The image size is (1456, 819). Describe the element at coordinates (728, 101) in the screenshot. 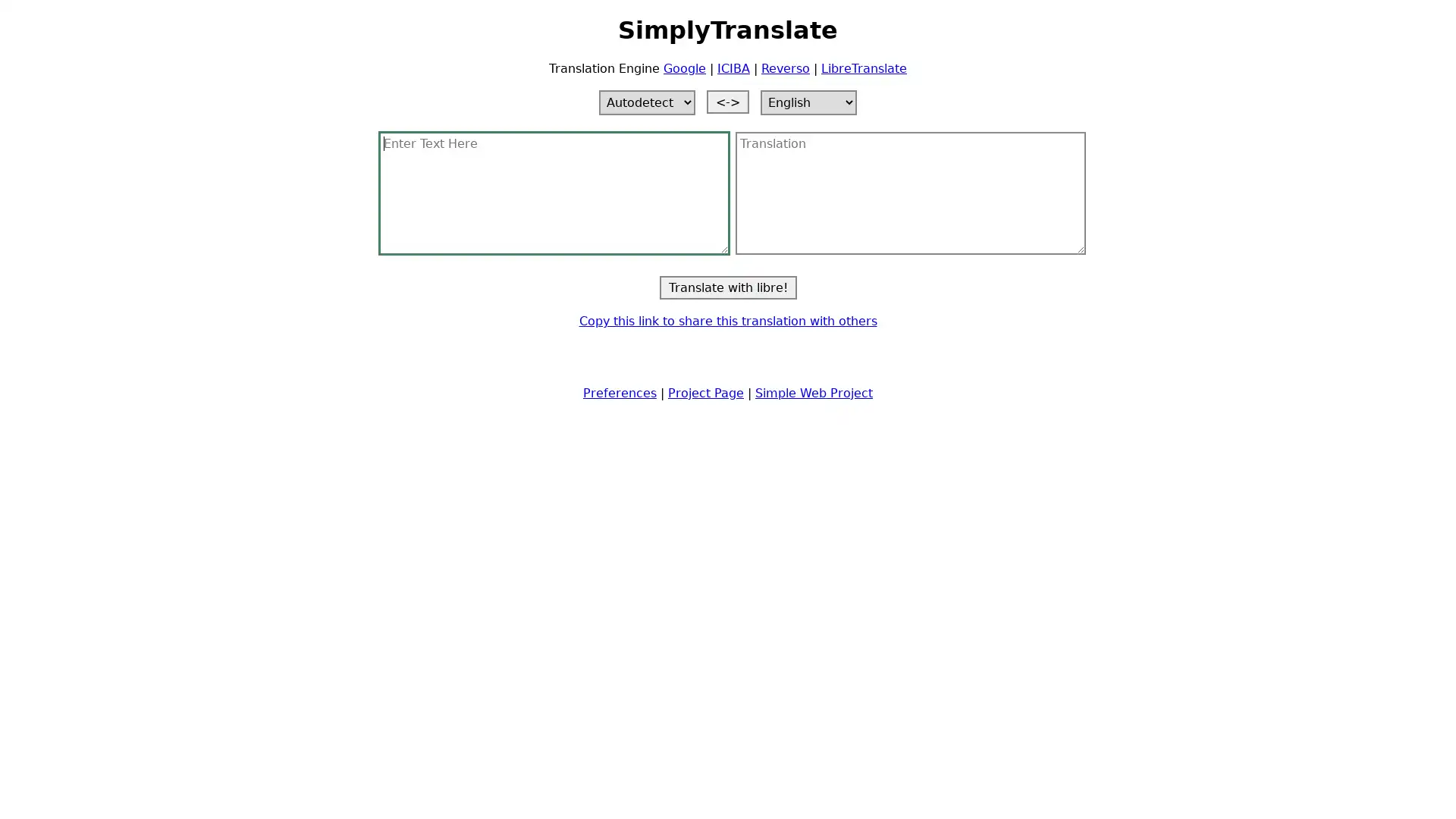

I see `Switch languages` at that location.